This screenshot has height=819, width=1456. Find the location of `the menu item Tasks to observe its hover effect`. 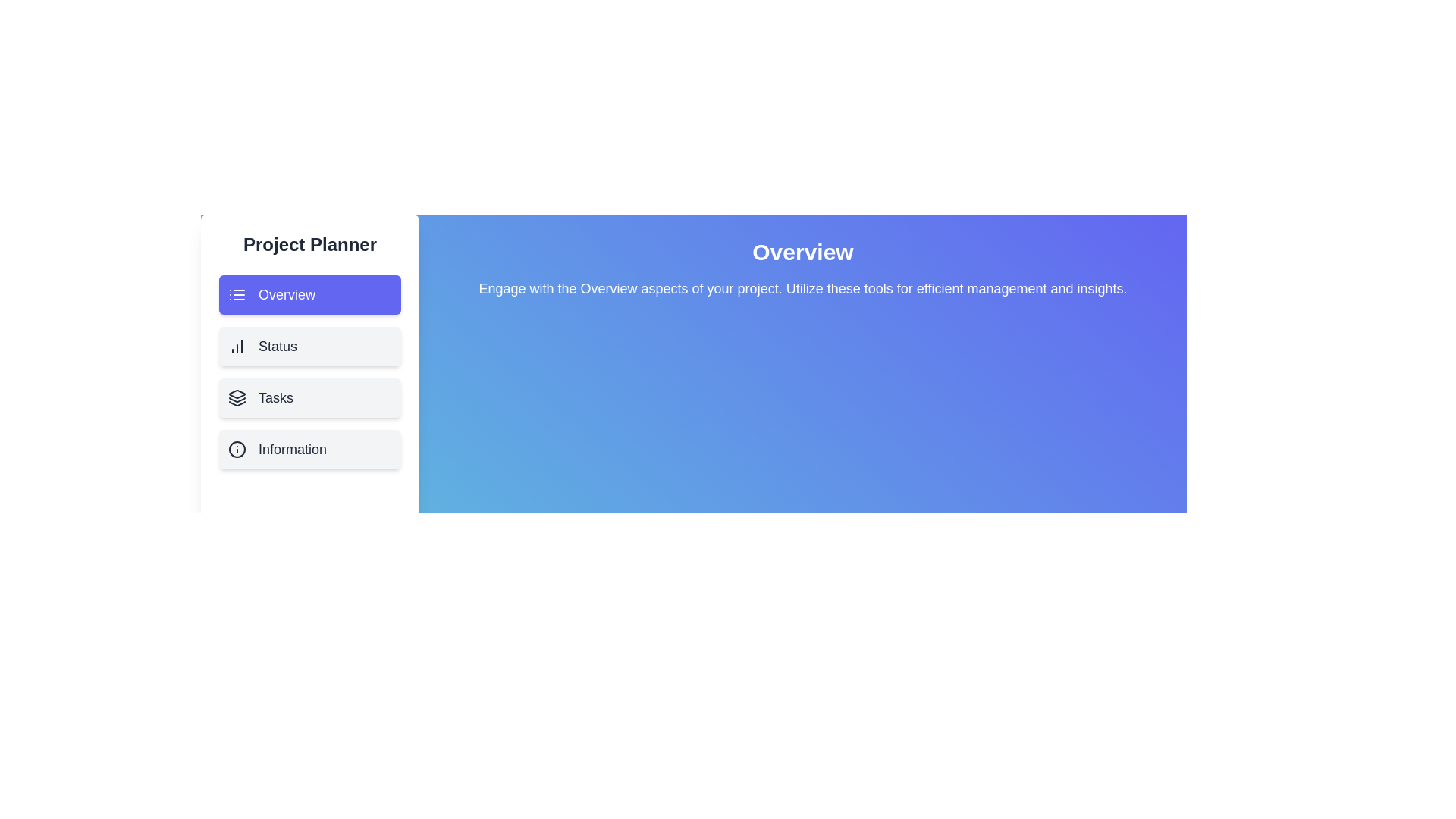

the menu item Tasks to observe its hover effect is located at coordinates (309, 397).